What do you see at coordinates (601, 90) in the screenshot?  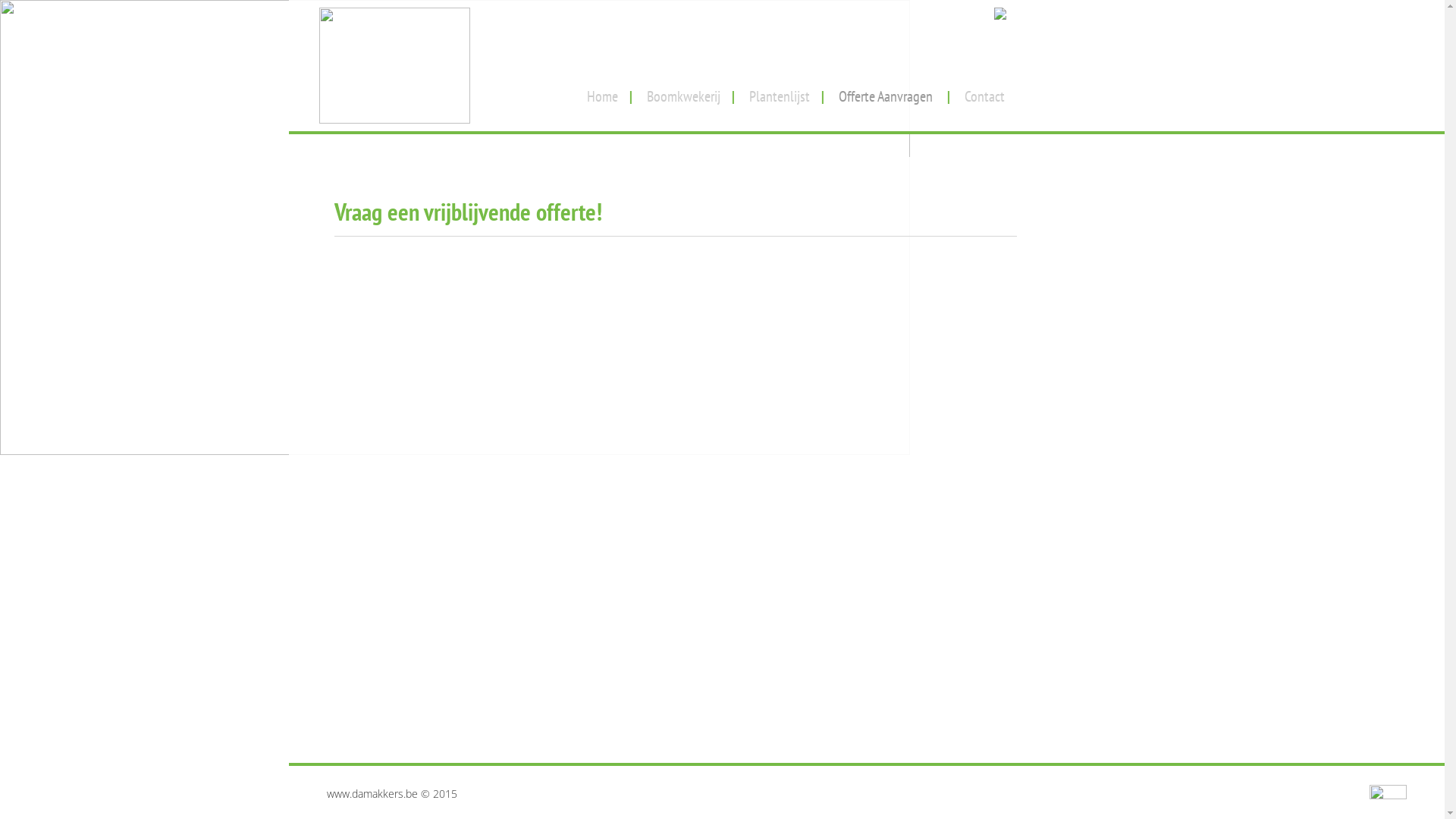 I see `'Home'` at bounding box center [601, 90].